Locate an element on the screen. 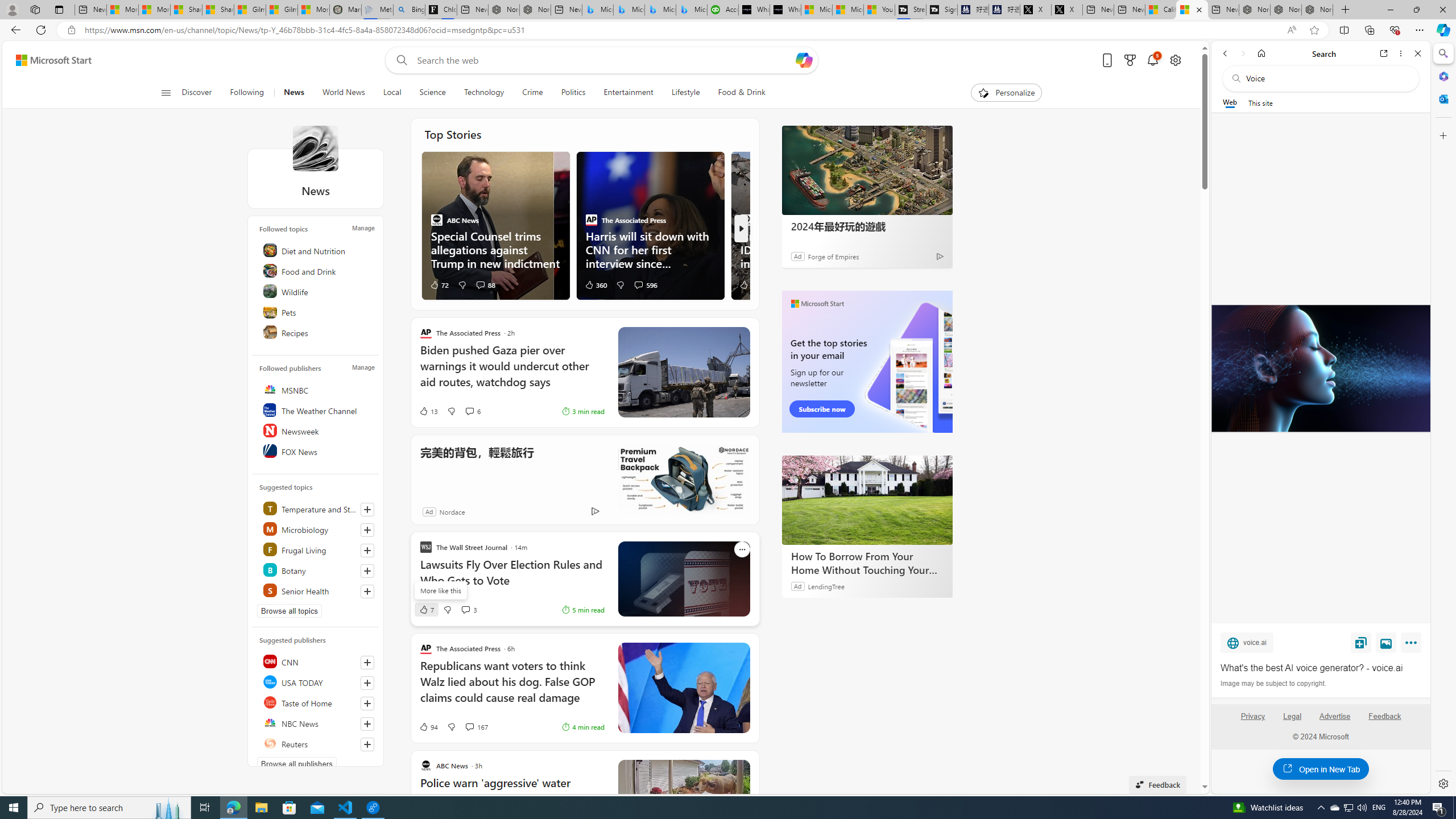 The width and height of the screenshot is (1456, 819). 'Science' is located at coordinates (432, 92).